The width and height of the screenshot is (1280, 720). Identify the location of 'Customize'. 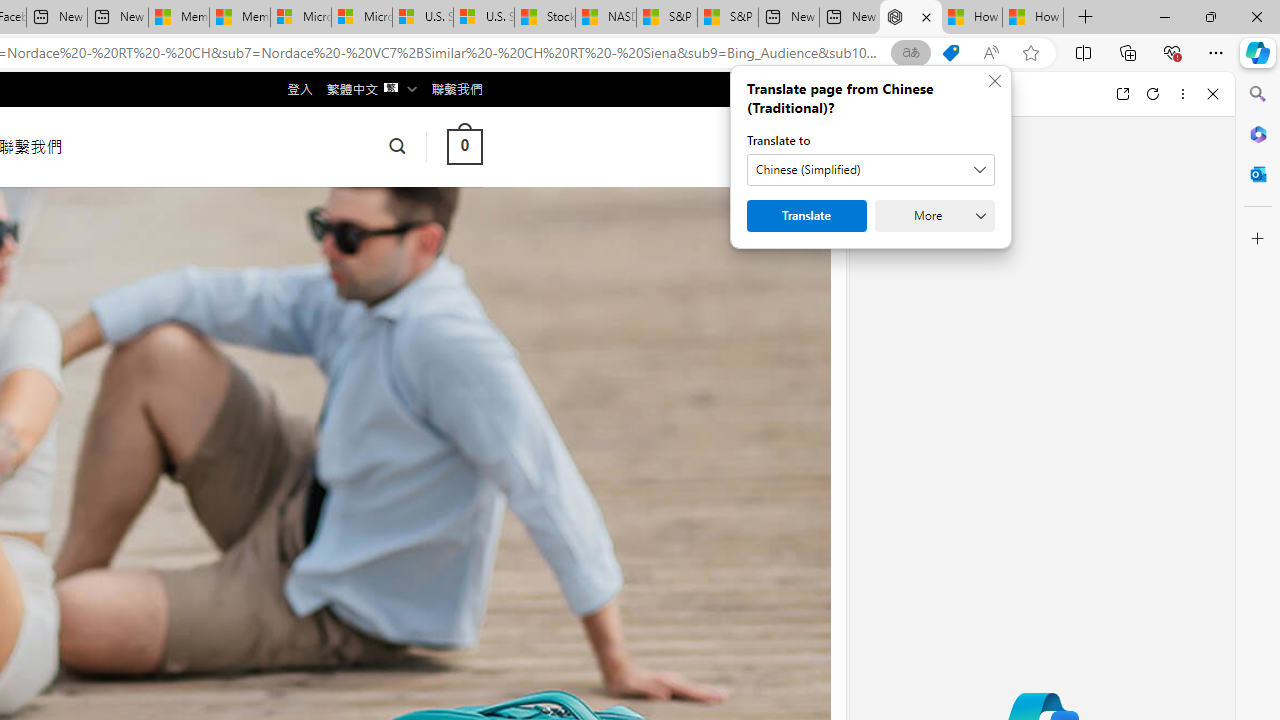
(1257, 238).